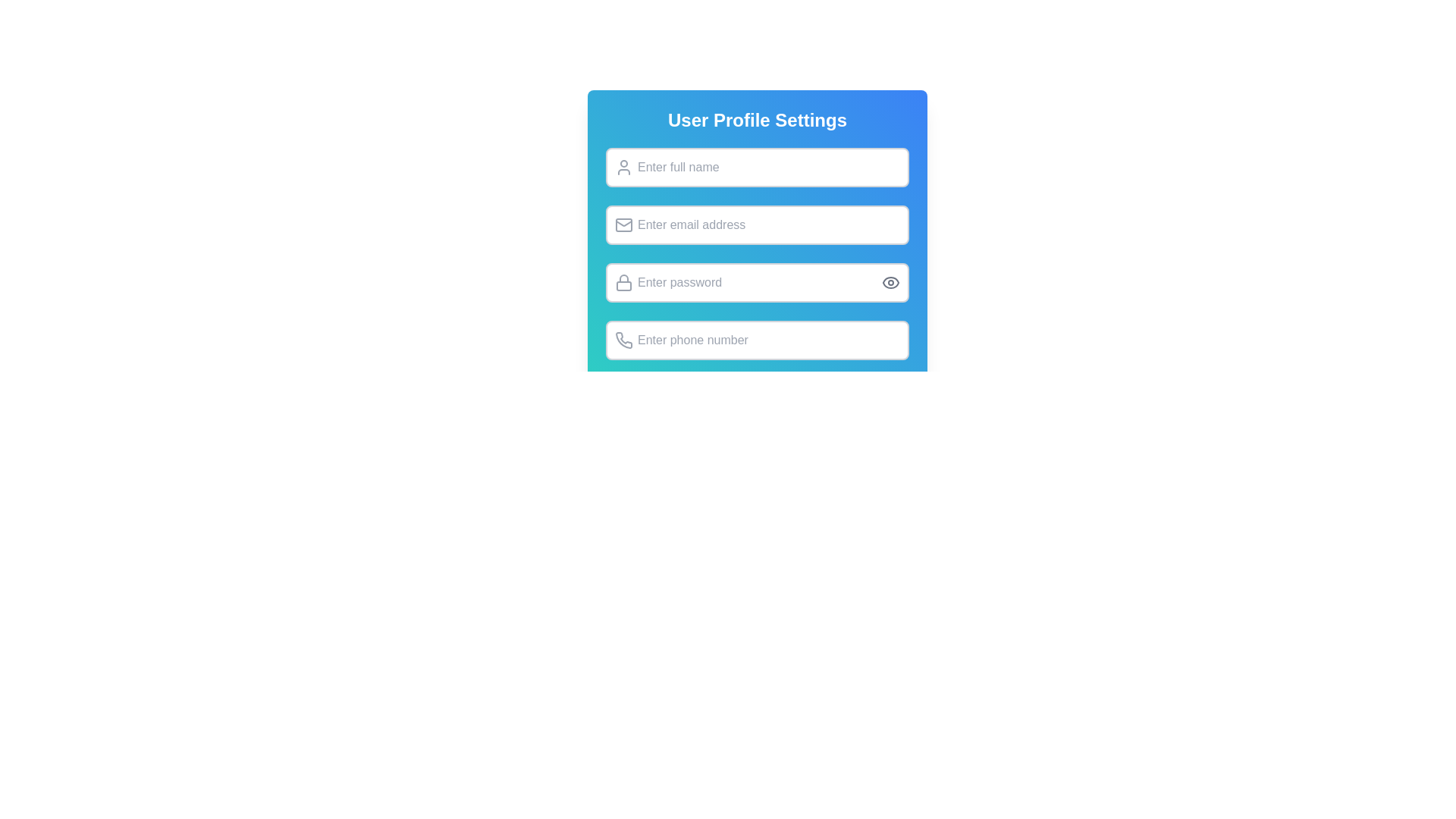 This screenshot has height=819, width=1456. What do you see at coordinates (757, 119) in the screenshot?
I see `text content of the 'User Profile Settings' header, which is styled in bold white font on a gradient blue background at the top of the interface` at bounding box center [757, 119].